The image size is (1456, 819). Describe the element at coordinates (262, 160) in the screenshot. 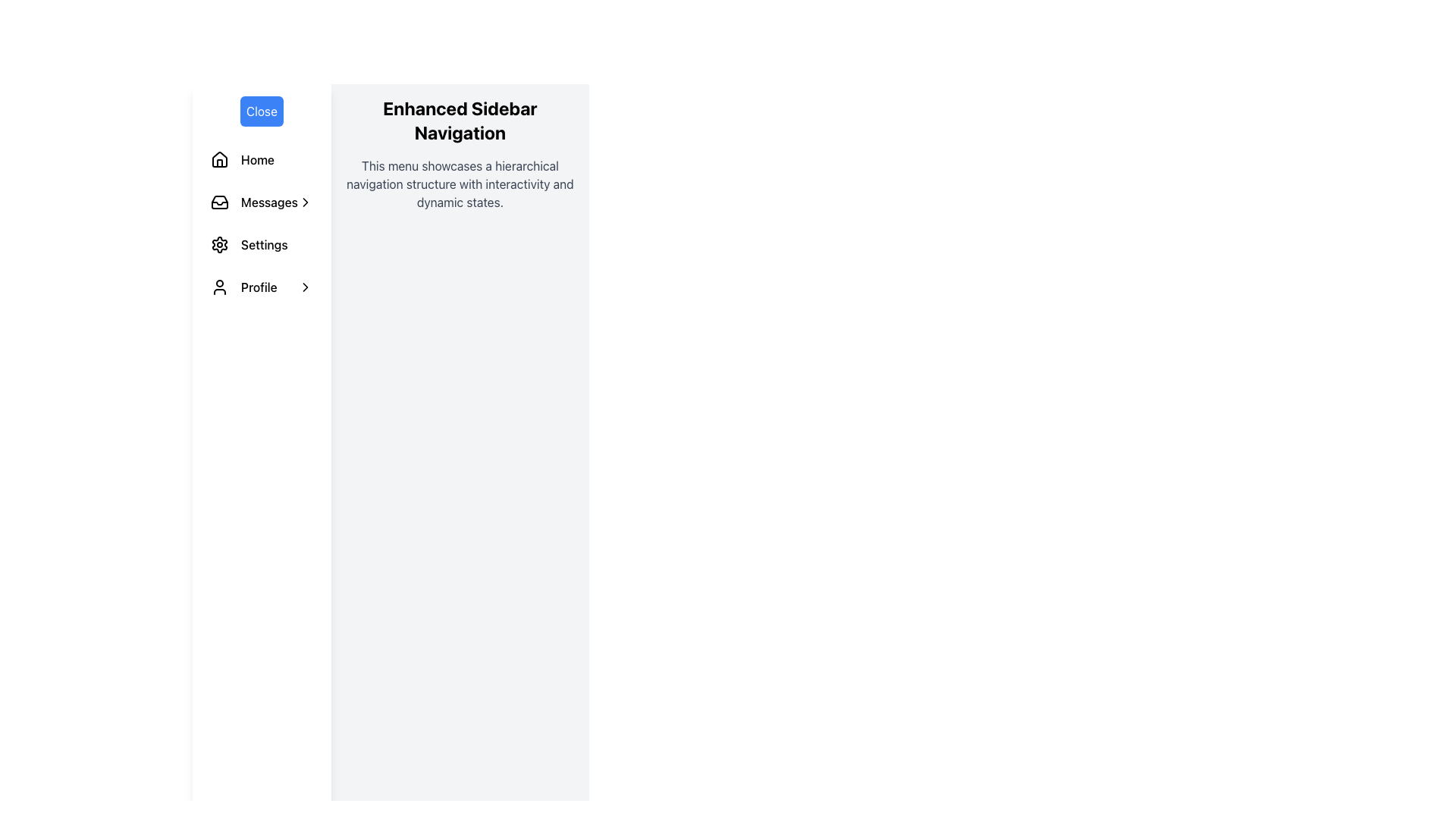

I see `the 'Home' button located at the top of the sidebar, which features a house icon and is the first navigation option` at that location.